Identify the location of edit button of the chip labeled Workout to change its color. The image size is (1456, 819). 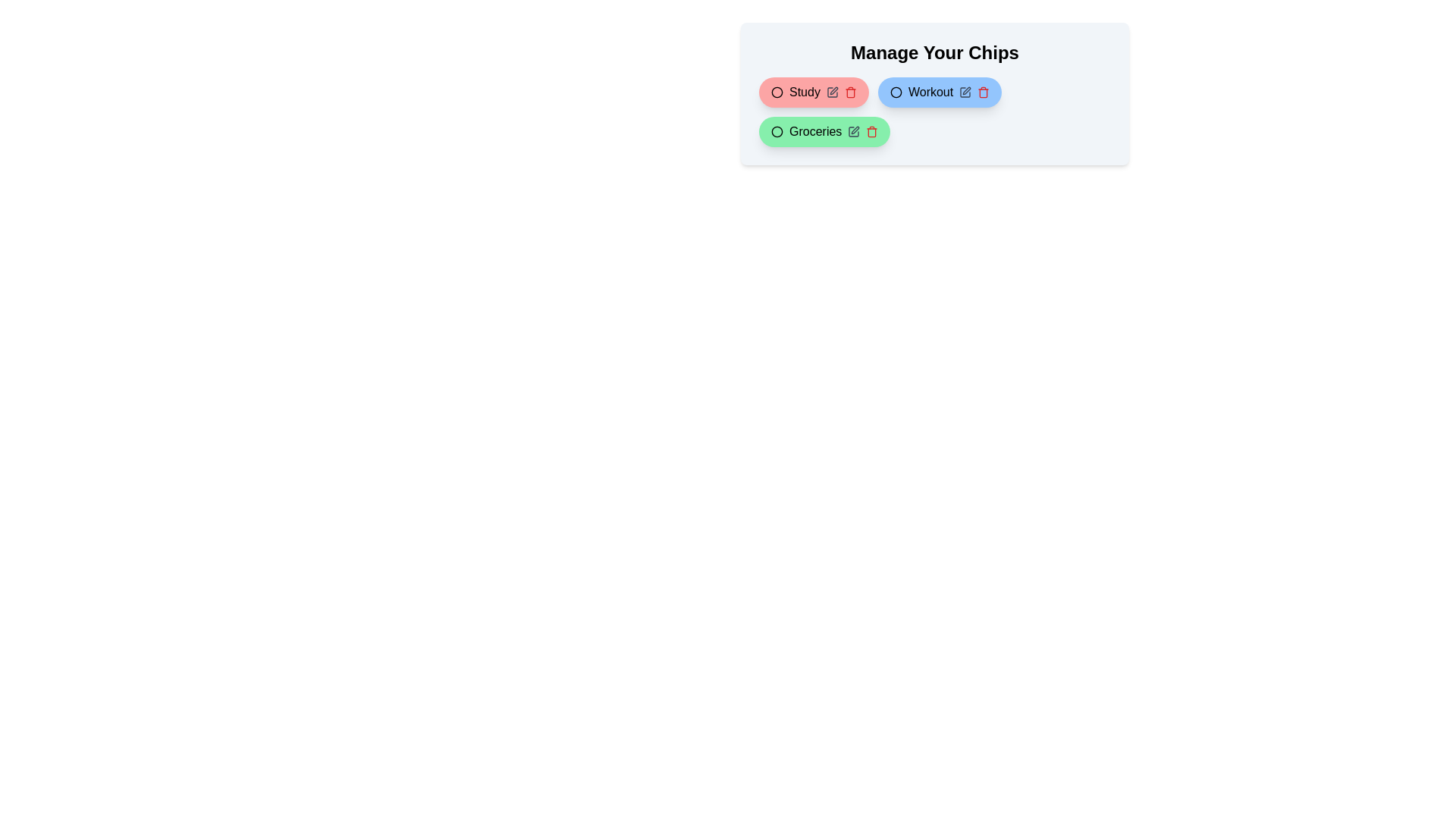
(965, 93).